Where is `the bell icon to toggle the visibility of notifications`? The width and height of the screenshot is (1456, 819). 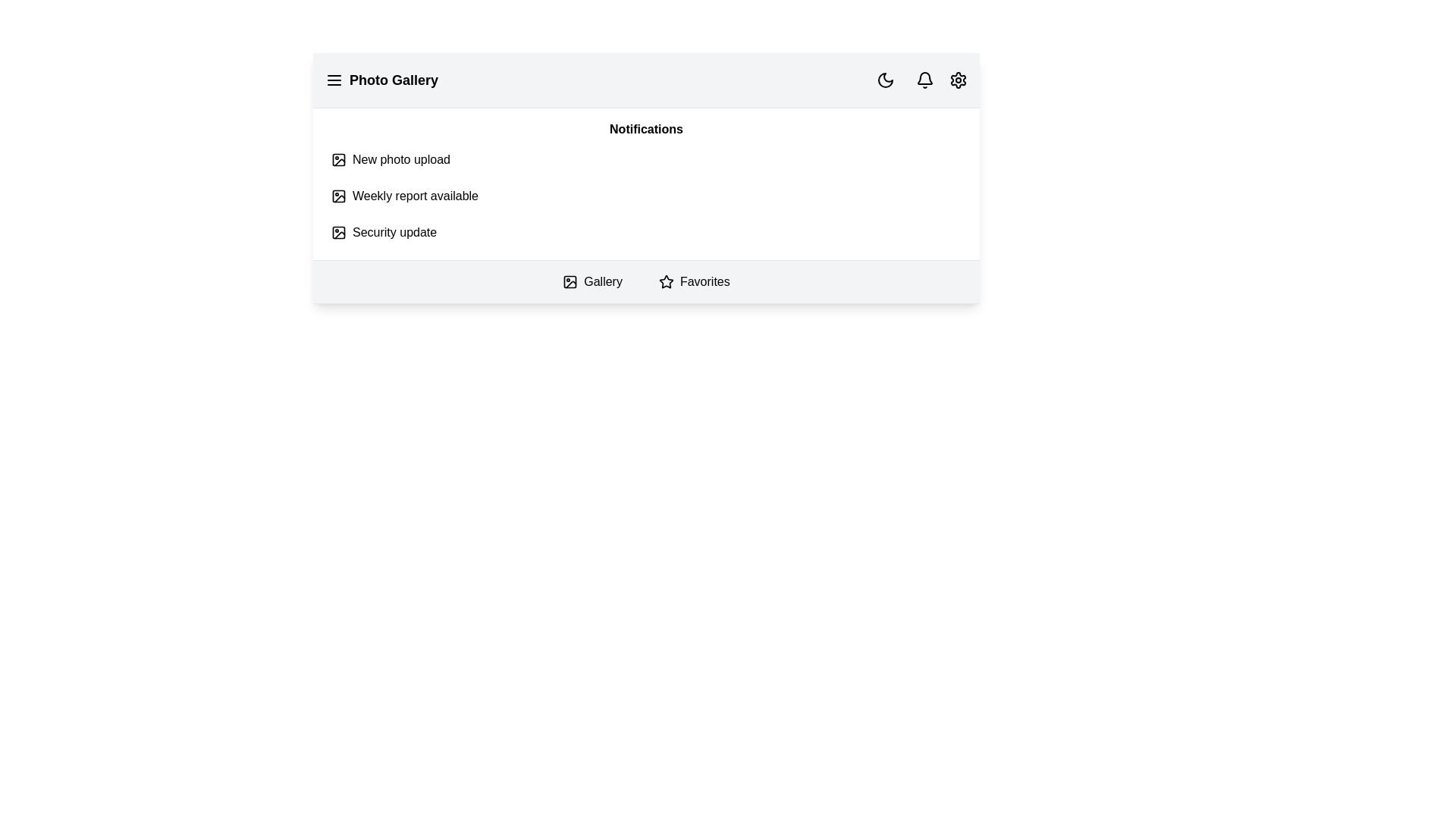
the bell icon to toggle the visibility of notifications is located at coordinates (924, 80).